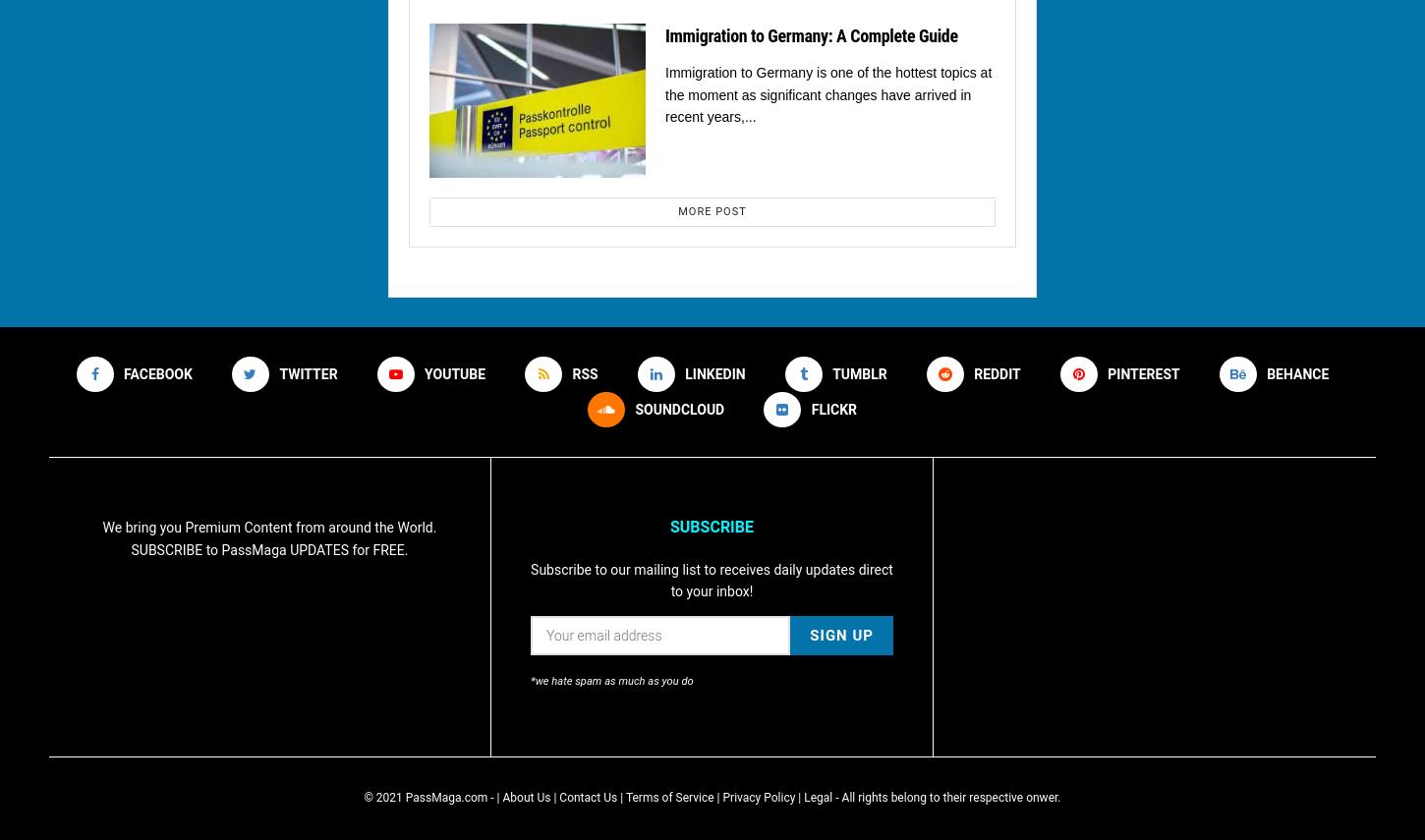 The image size is (1425, 840). What do you see at coordinates (453, 372) in the screenshot?
I see `'Youtube'` at bounding box center [453, 372].